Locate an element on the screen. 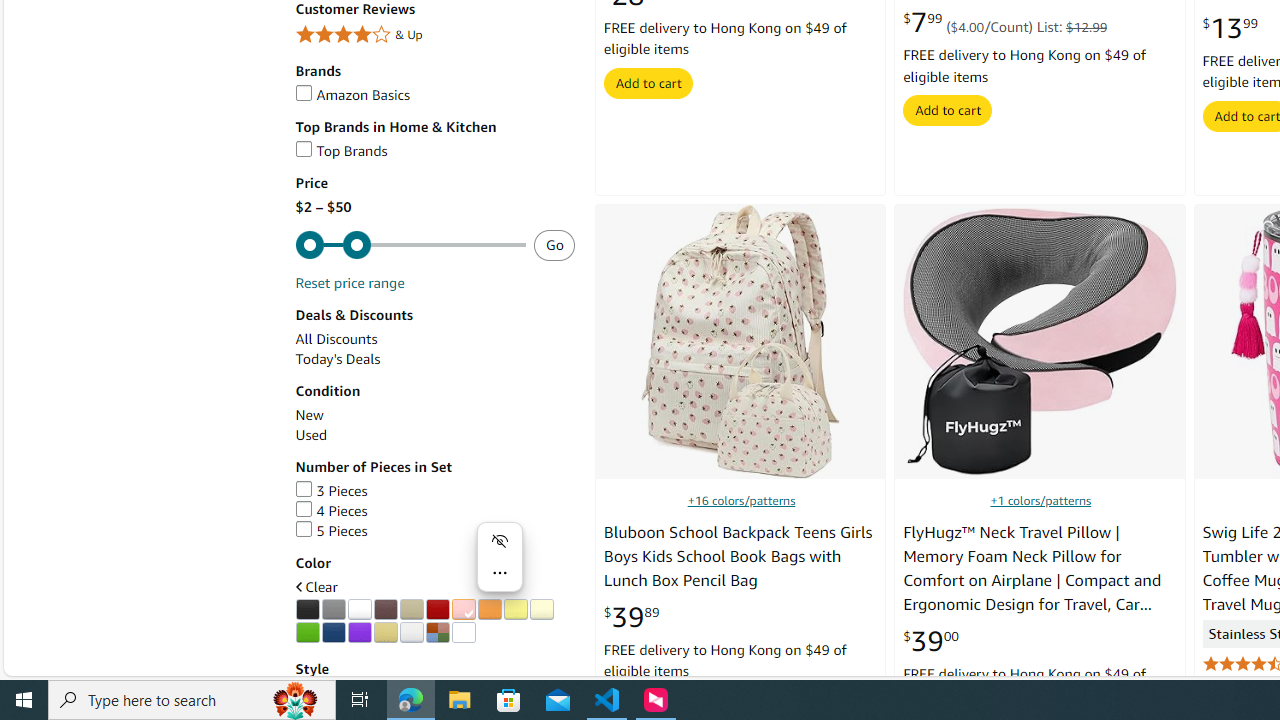 The image size is (1280, 720). 'Pink' is located at coordinates (462, 608).